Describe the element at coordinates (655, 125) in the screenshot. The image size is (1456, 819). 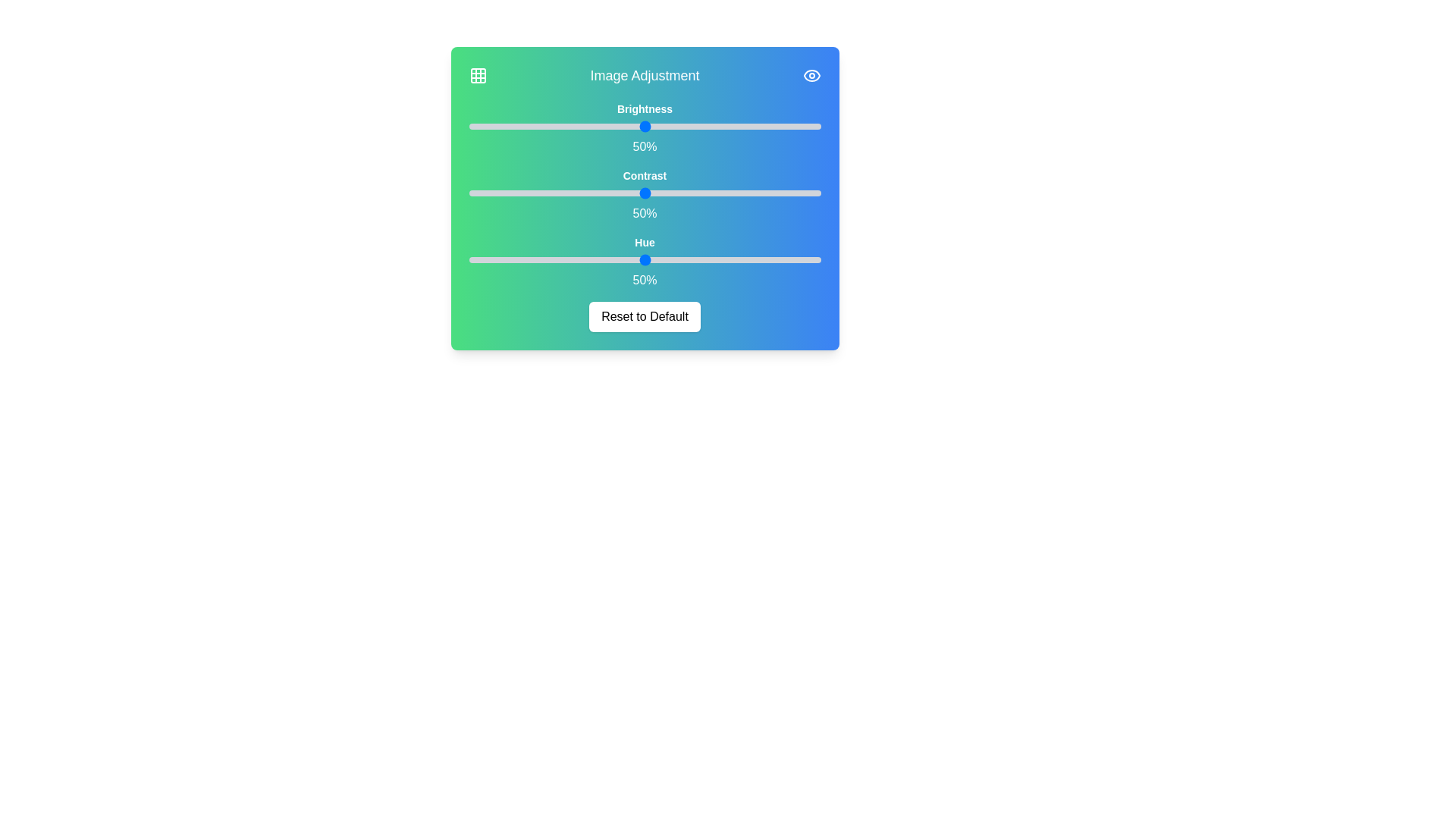
I see `the 0 slider to 3%` at that location.